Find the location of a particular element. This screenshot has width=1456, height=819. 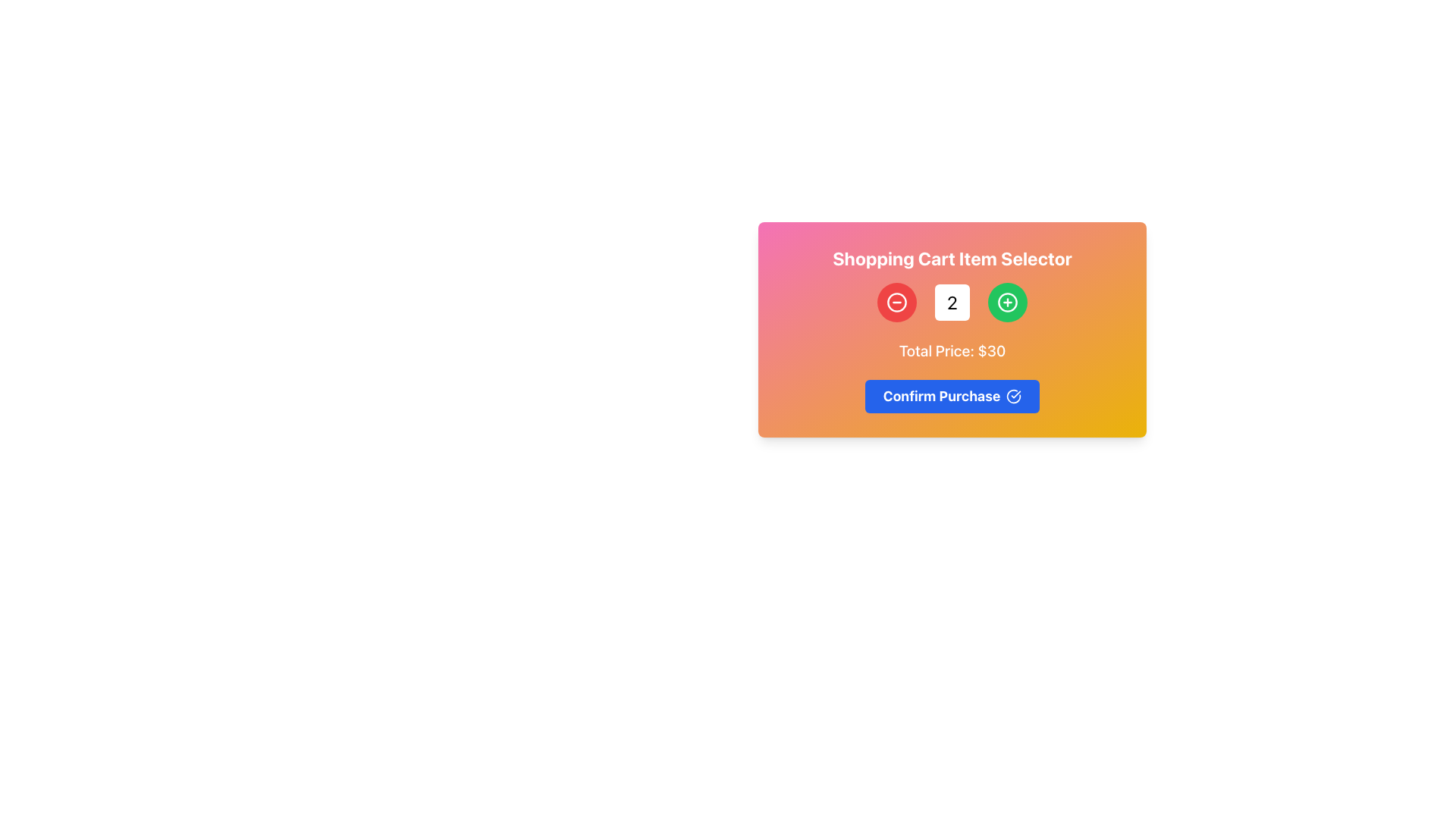

the small green circle button with a white plus sign to increment the value is located at coordinates (1007, 302).